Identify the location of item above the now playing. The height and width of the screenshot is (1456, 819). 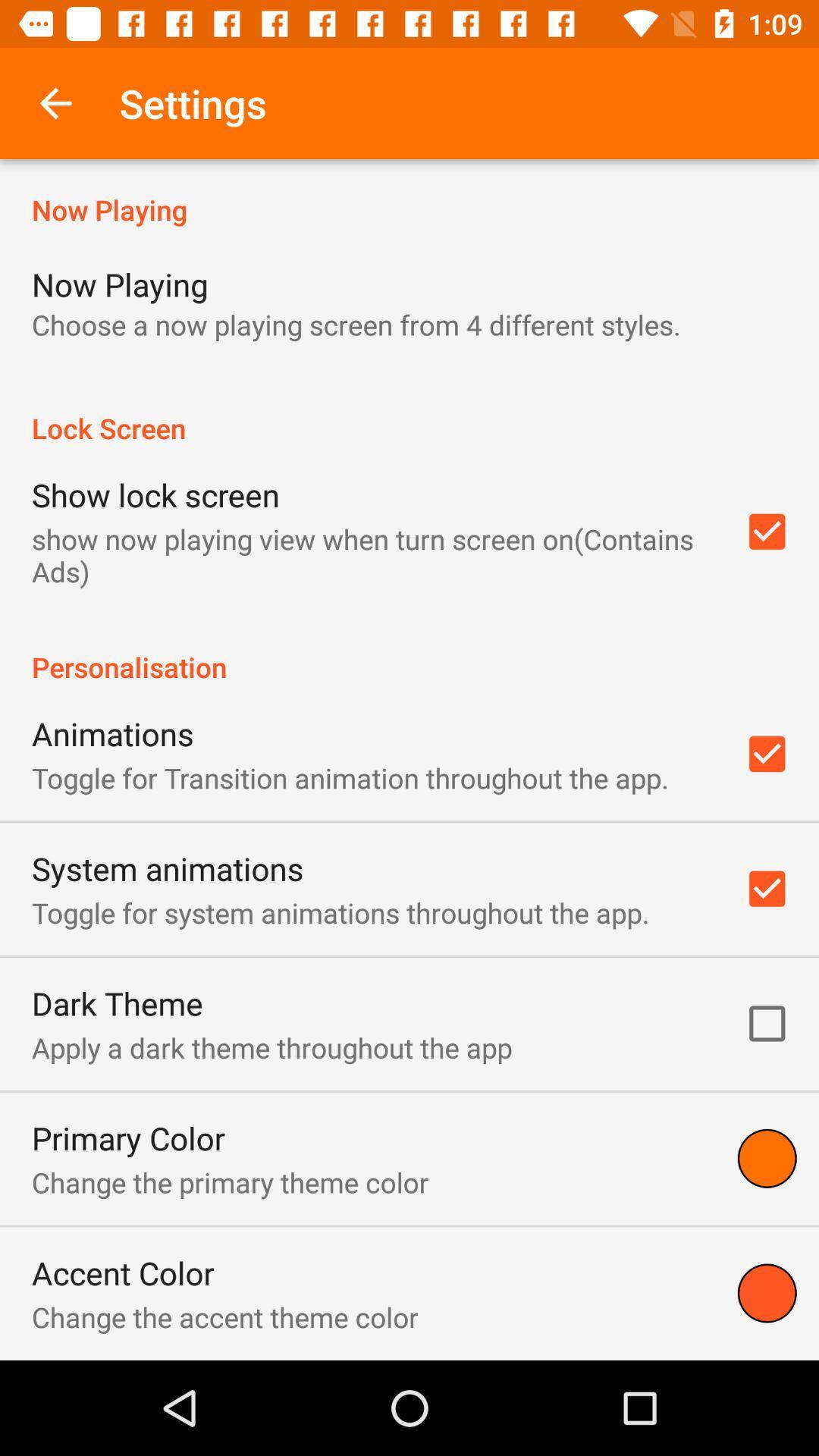
(55, 102).